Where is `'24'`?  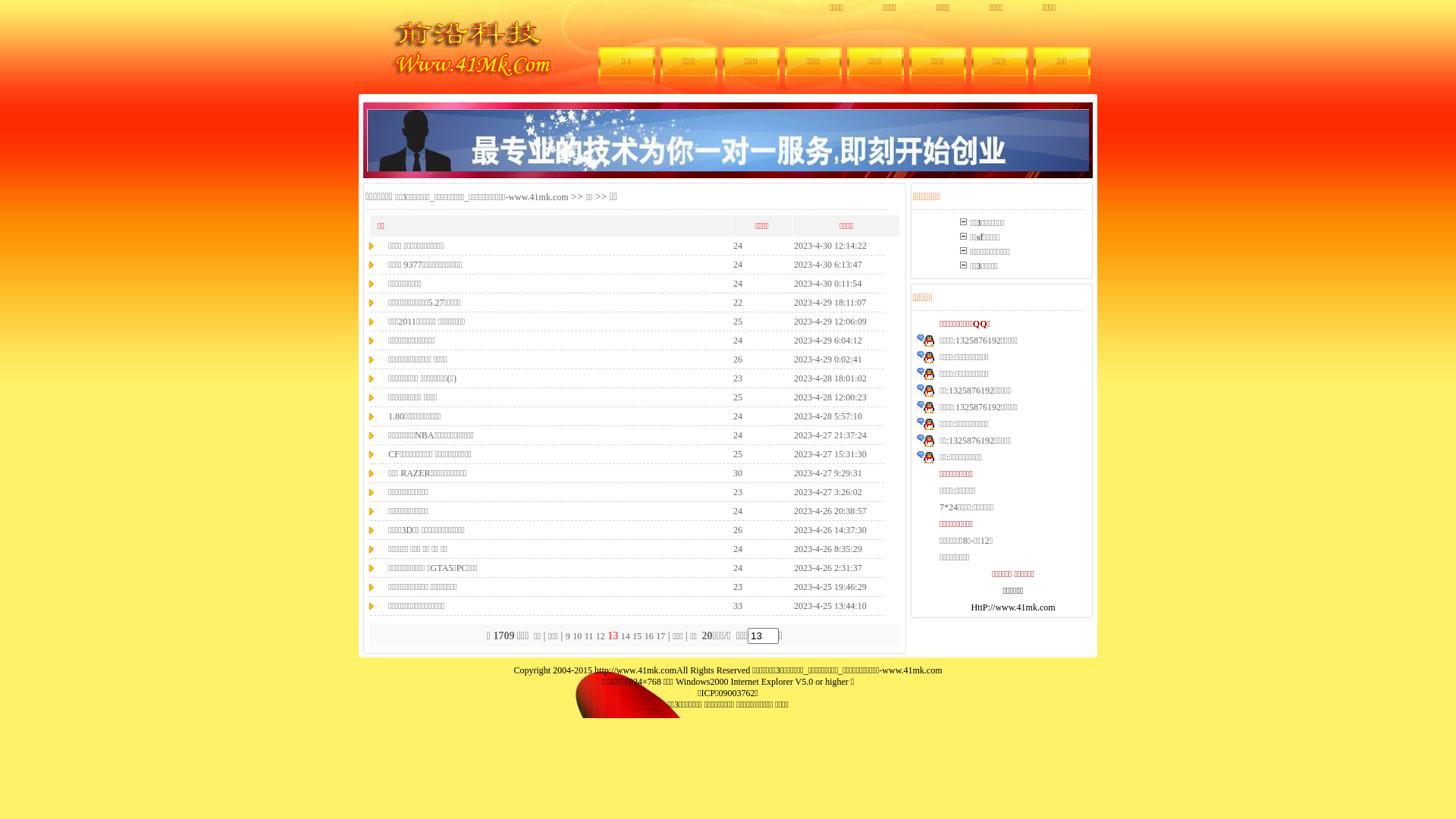
'24' is located at coordinates (738, 263).